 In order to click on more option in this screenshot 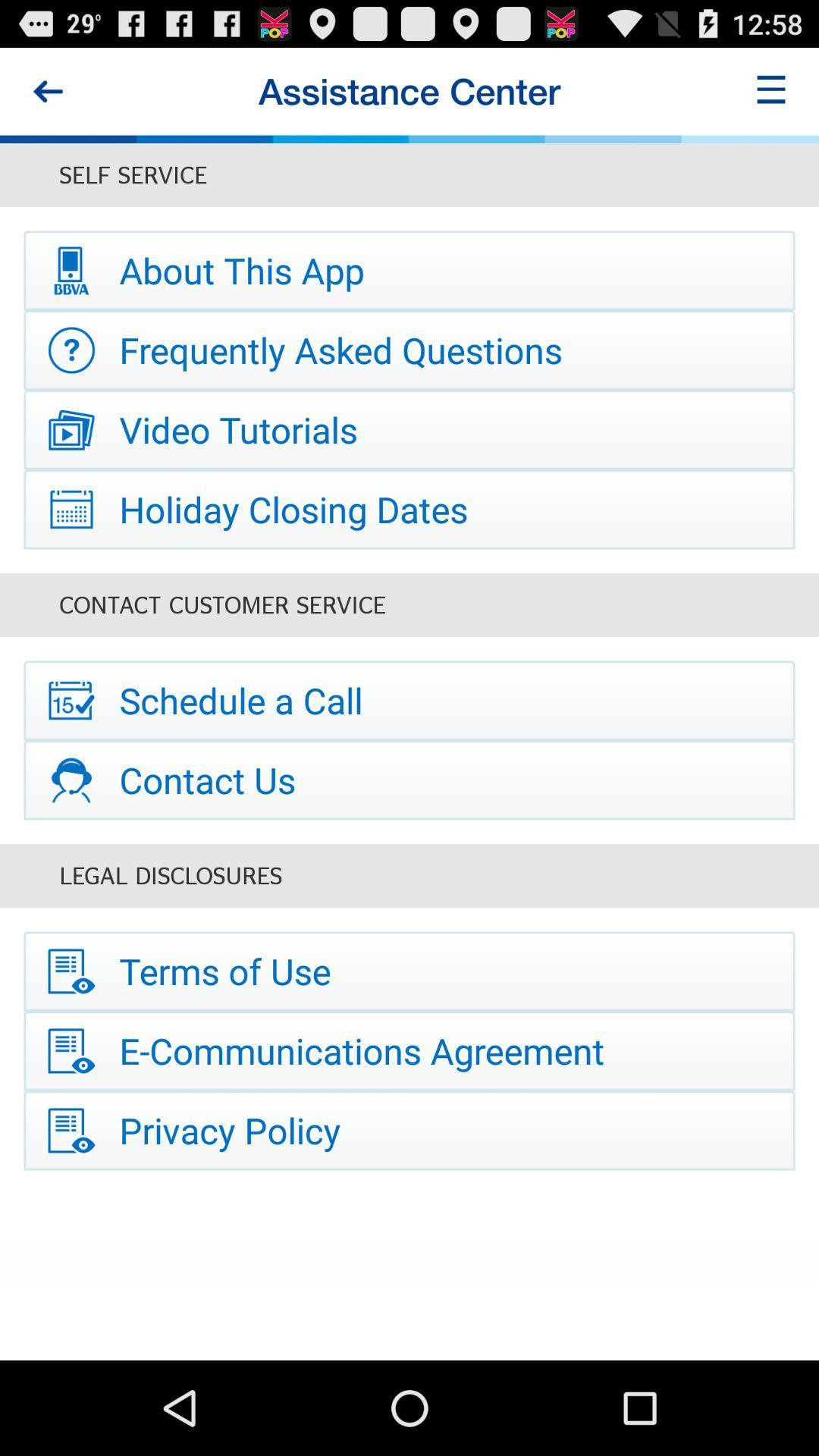, I will do `click(771, 90)`.